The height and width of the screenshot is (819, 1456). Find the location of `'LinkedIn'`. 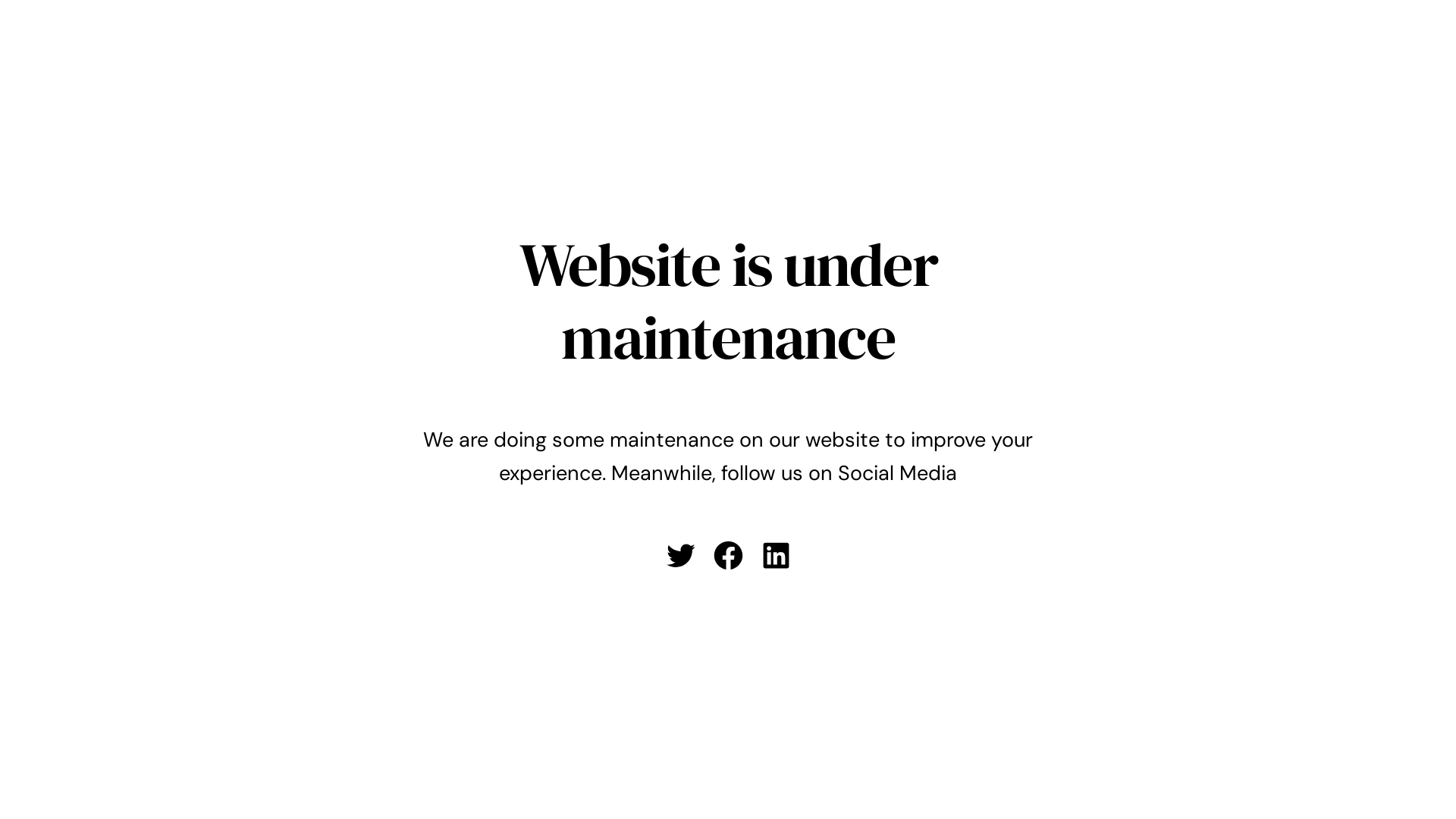

'LinkedIn' is located at coordinates (775, 555).